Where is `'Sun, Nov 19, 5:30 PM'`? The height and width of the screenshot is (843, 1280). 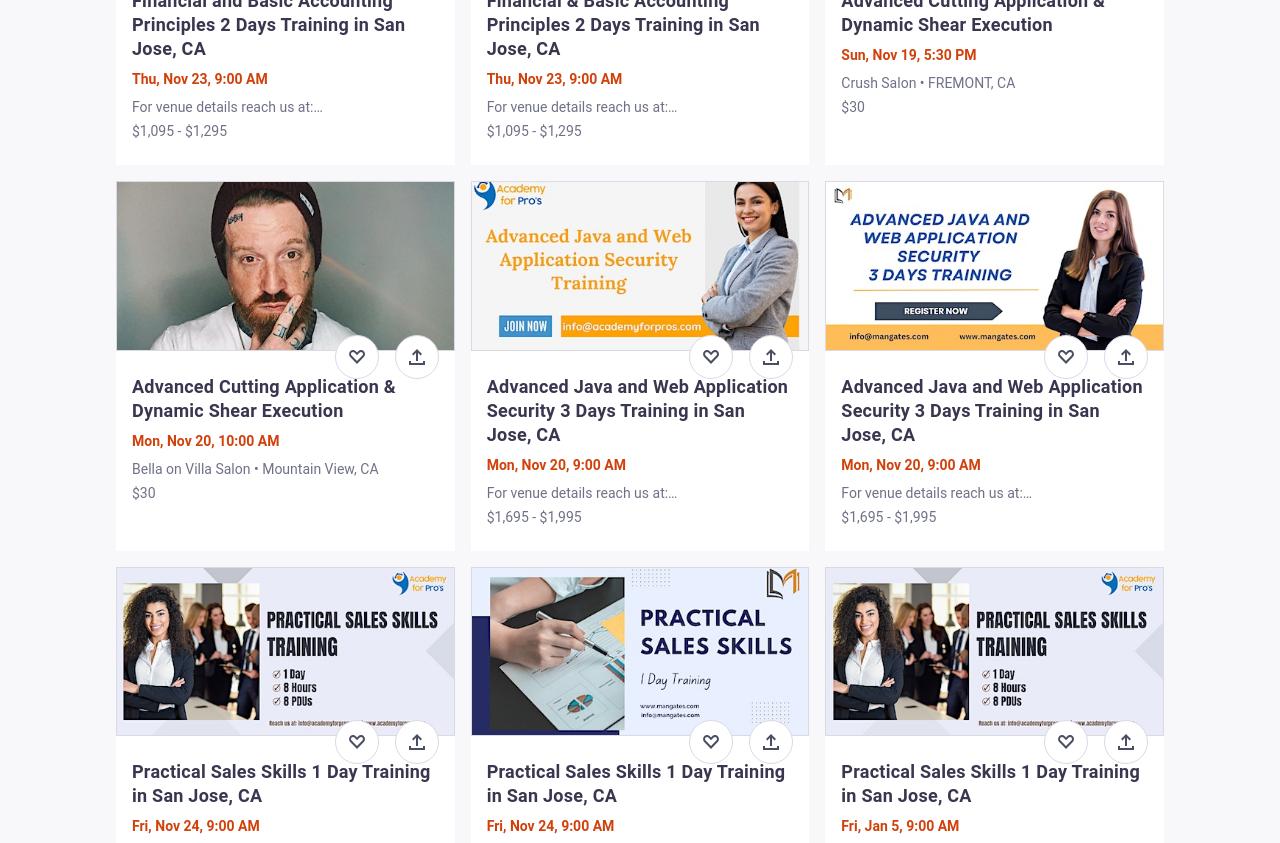
'Sun, Nov 19, 5:30 PM' is located at coordinates (907, 53).